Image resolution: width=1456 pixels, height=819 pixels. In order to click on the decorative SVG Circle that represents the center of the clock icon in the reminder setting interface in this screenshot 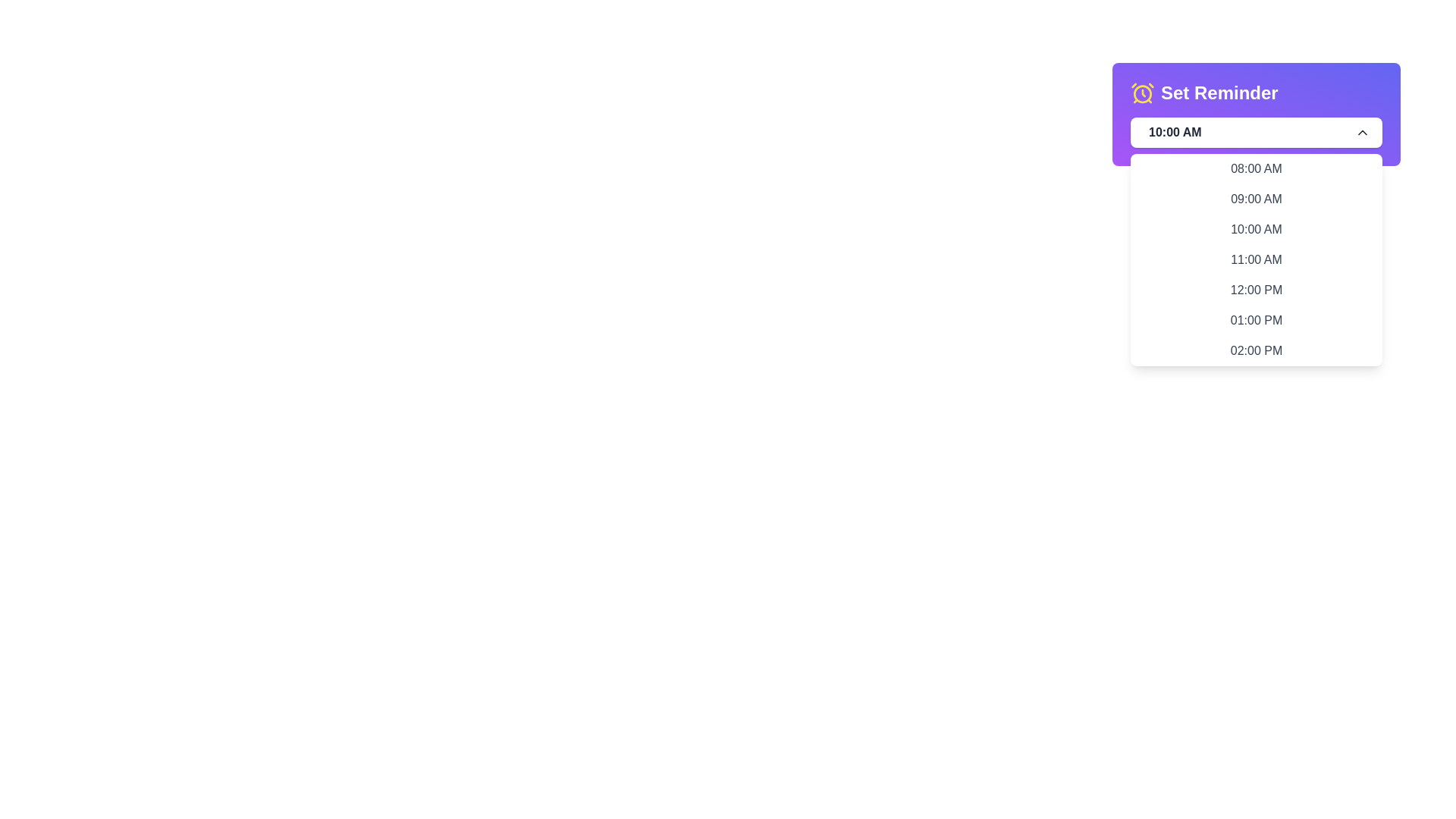, I will do `click(1143, 93)`.